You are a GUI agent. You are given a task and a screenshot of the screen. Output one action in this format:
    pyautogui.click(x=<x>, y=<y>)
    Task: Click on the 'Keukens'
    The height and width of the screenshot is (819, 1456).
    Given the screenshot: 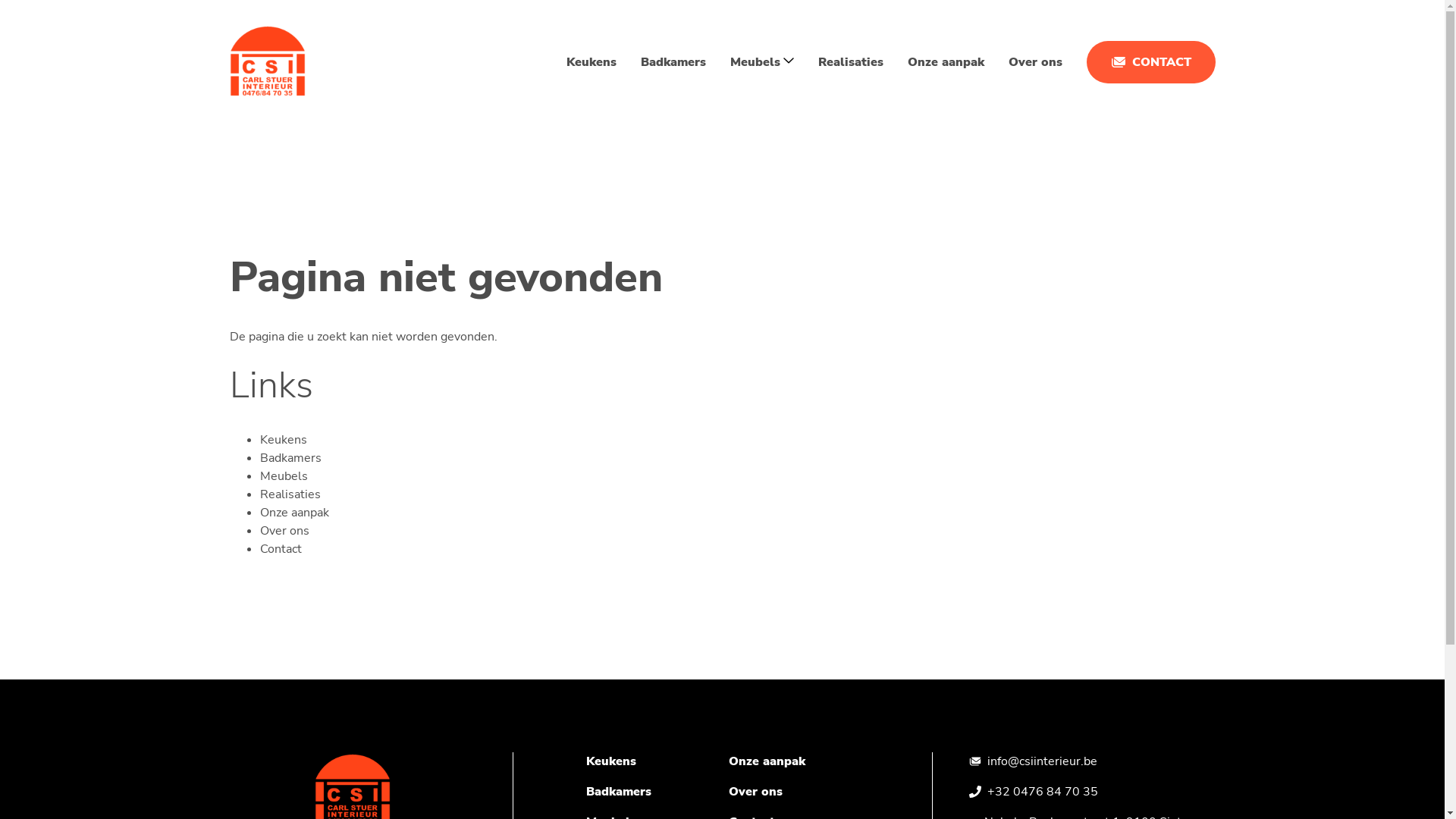 What is the action you would take?
    pyautogui.click(x=283, y=439)
    